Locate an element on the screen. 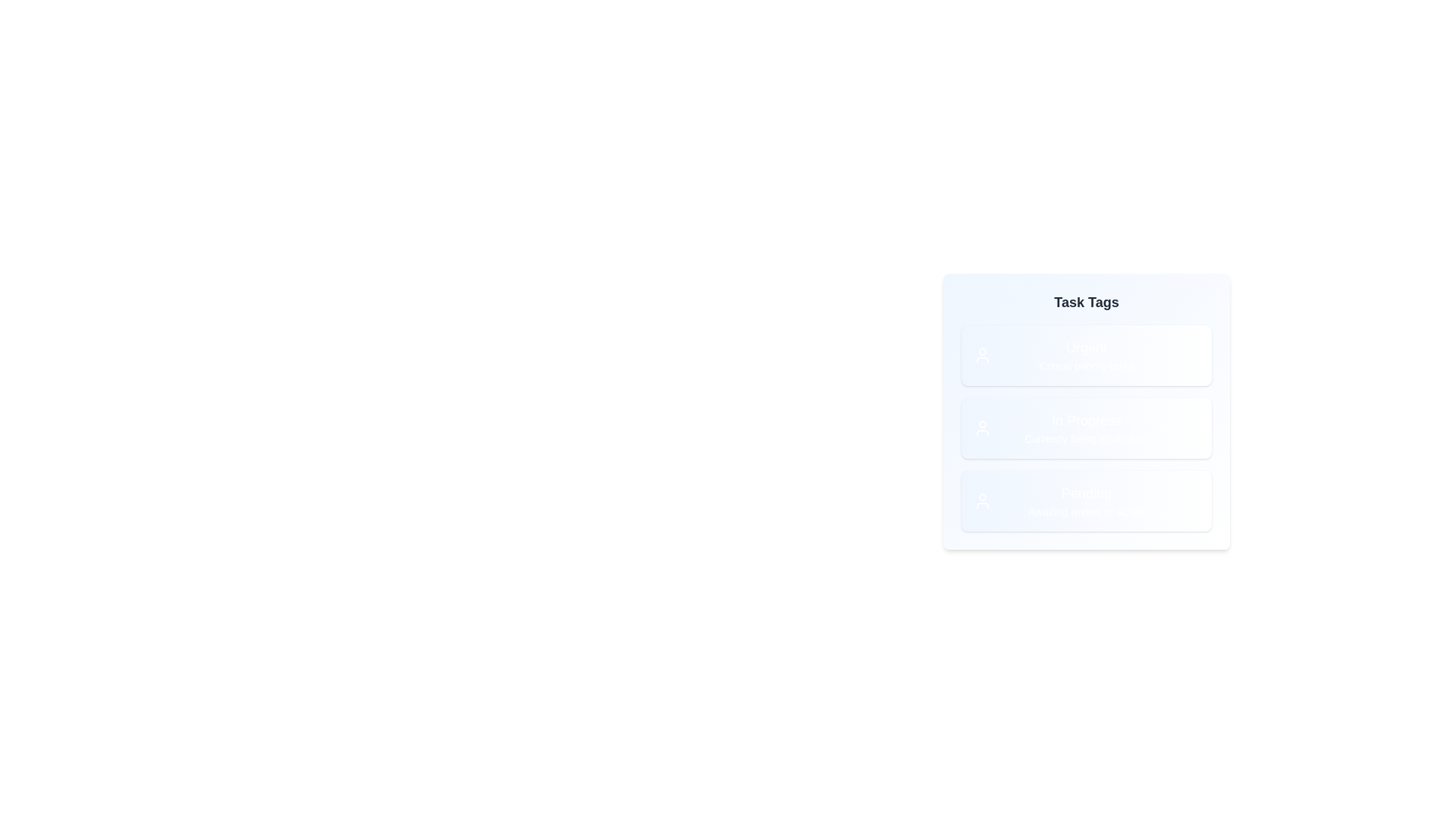 The height and width of the screenshot is (819, 1456). the tag labeled 'Pending' to observe hover-based interaction is located at coordinates (1086, 500).